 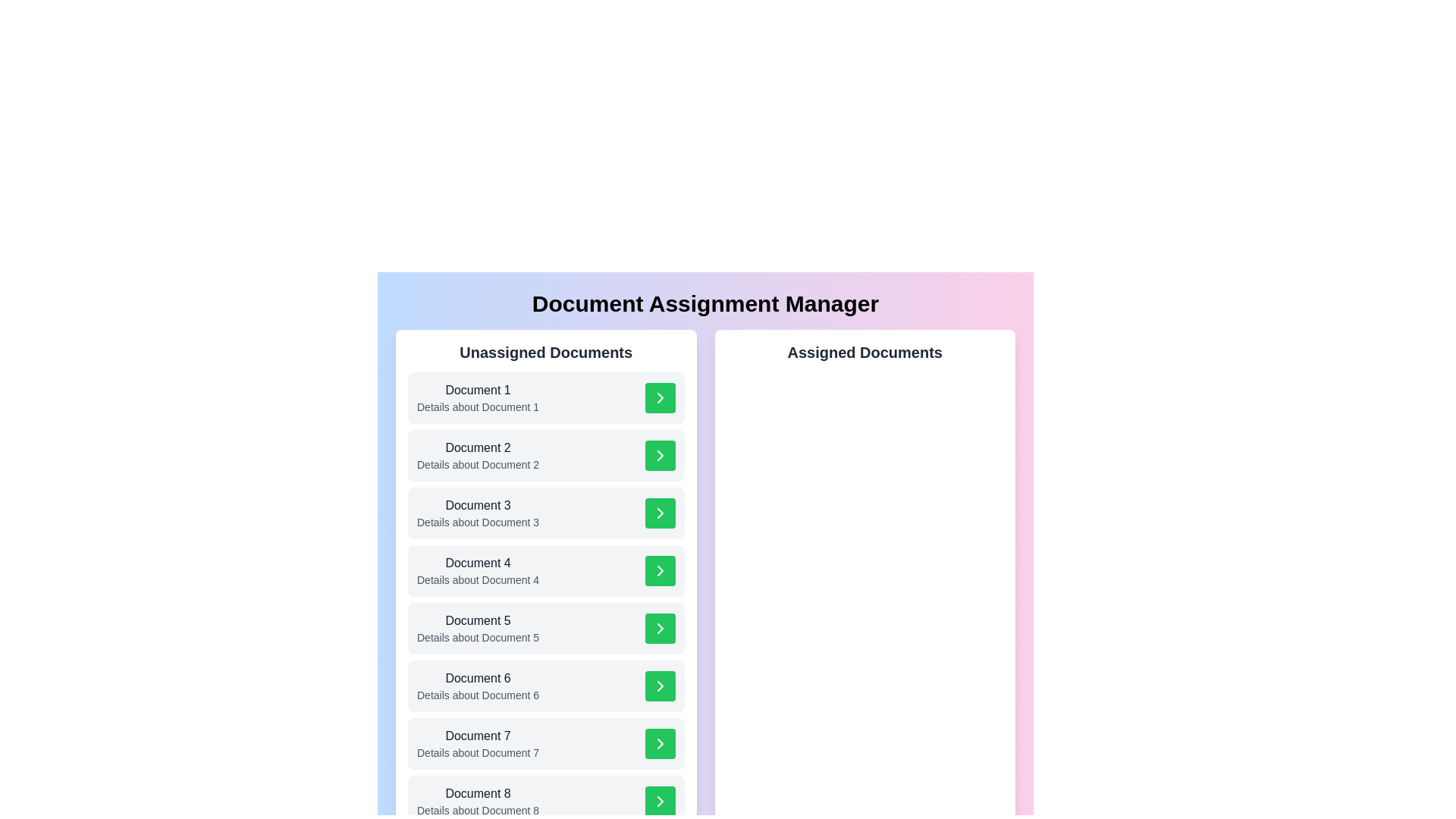 I want to click on the informative Text label that provides additional information for 'Document 3', located in the left panel titled 'Unassigned Documents', so click(x=477, y=522).